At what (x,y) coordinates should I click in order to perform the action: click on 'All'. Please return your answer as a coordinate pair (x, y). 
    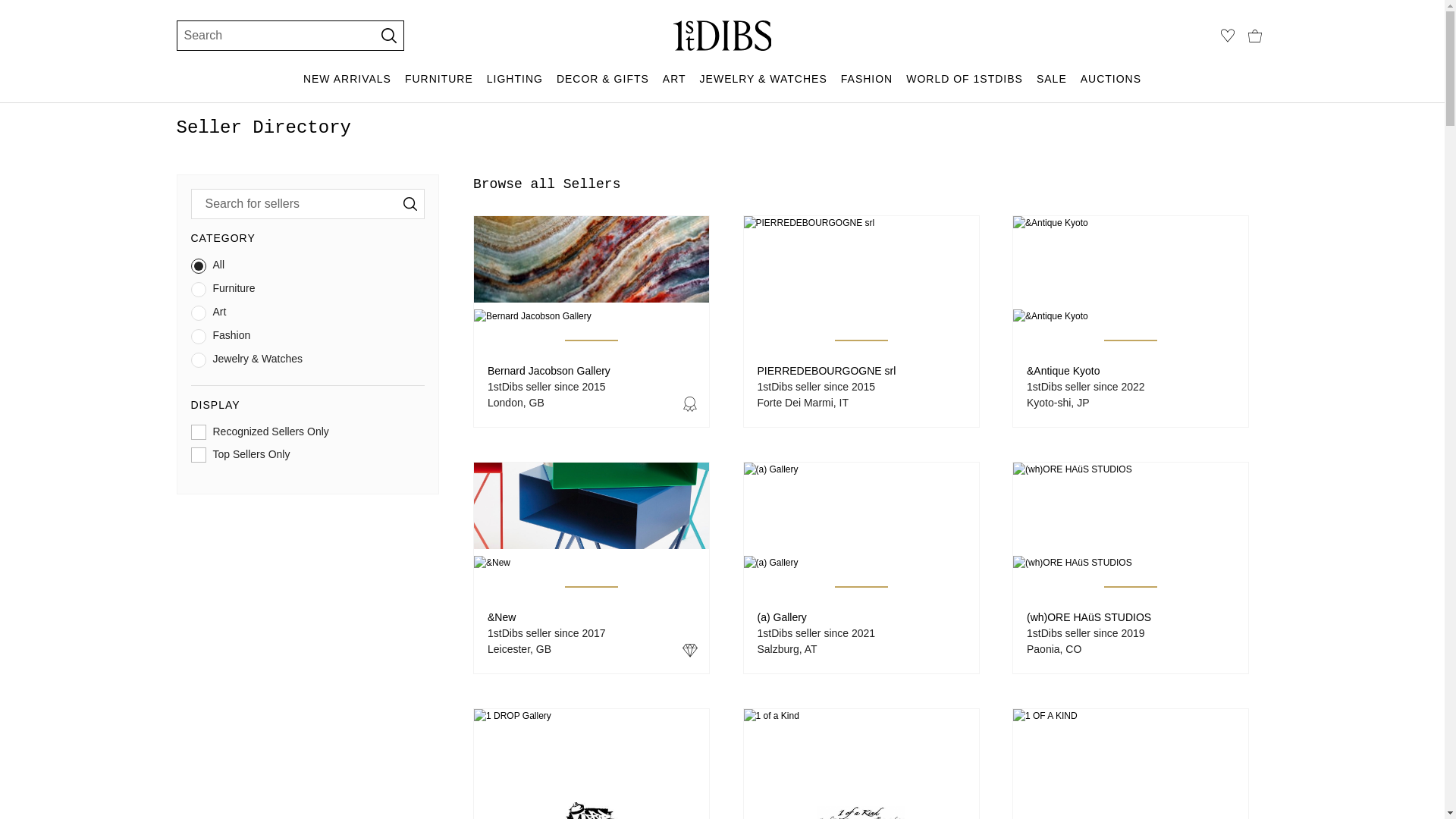
    Looking at the image, I should click on (190, 268).